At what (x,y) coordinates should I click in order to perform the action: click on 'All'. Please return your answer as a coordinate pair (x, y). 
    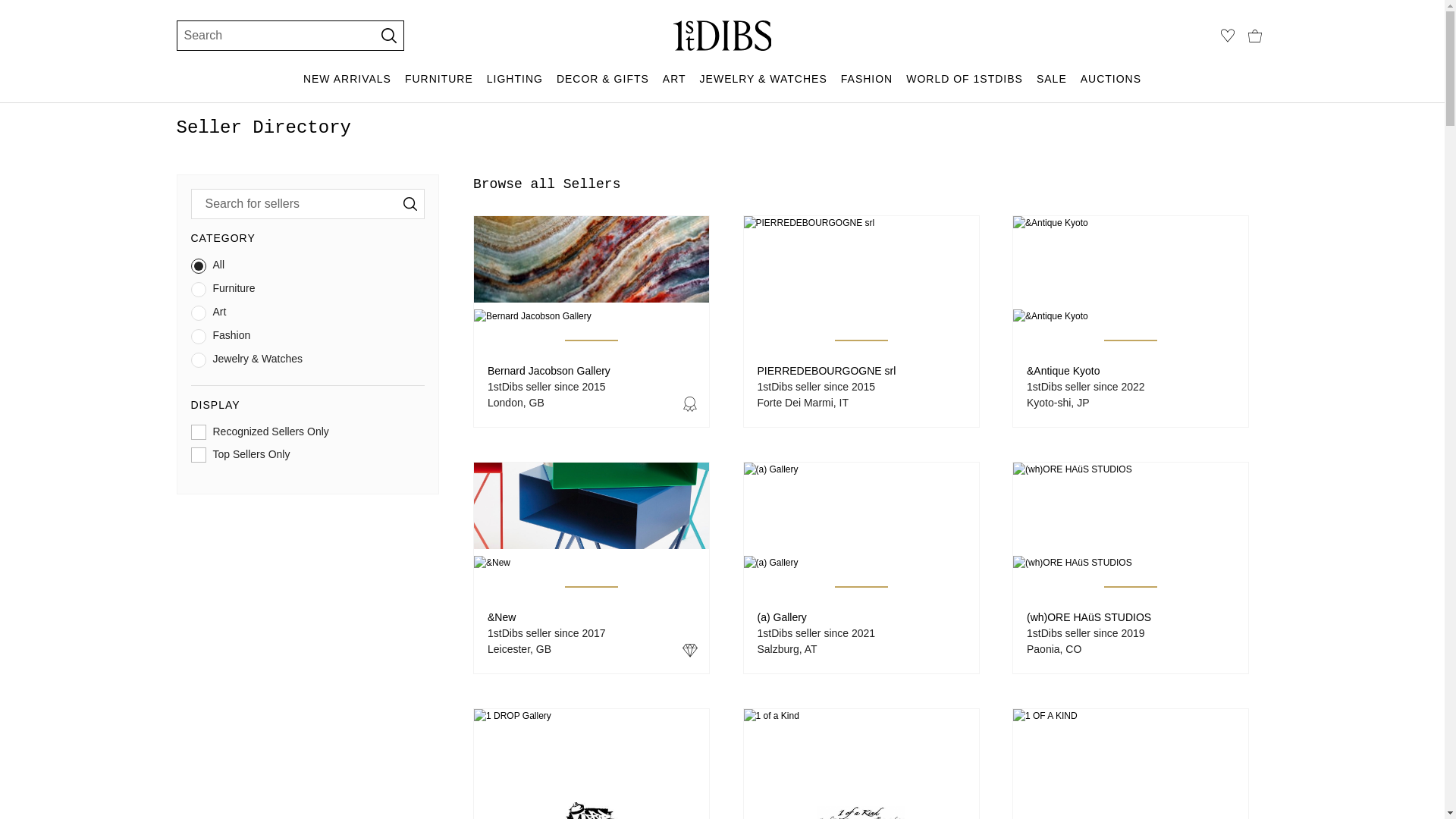
    Looking at the image, I should click on (190, 268).